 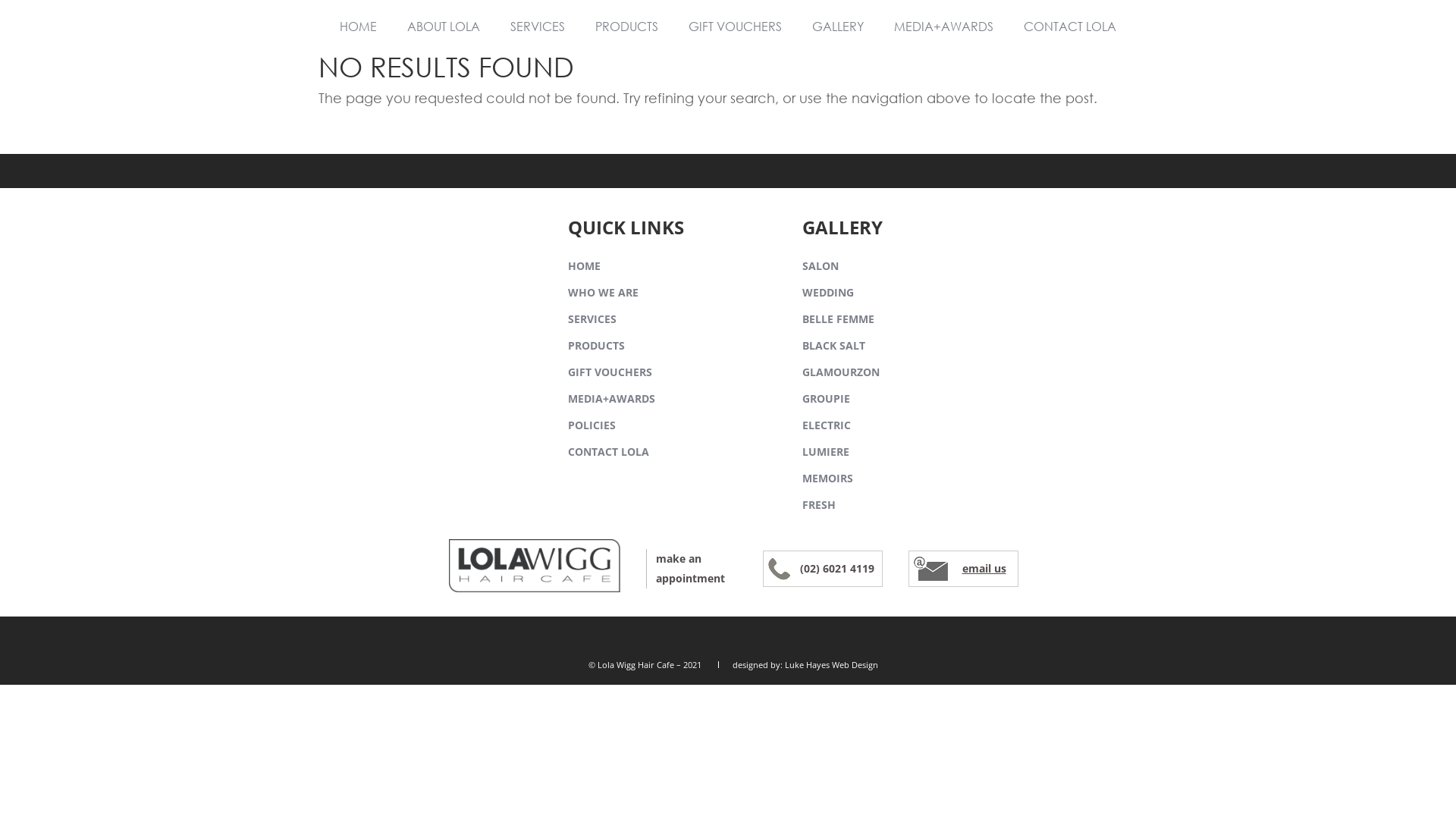 I want to click on 'PRODUCTS', so click(x=595, y=347).